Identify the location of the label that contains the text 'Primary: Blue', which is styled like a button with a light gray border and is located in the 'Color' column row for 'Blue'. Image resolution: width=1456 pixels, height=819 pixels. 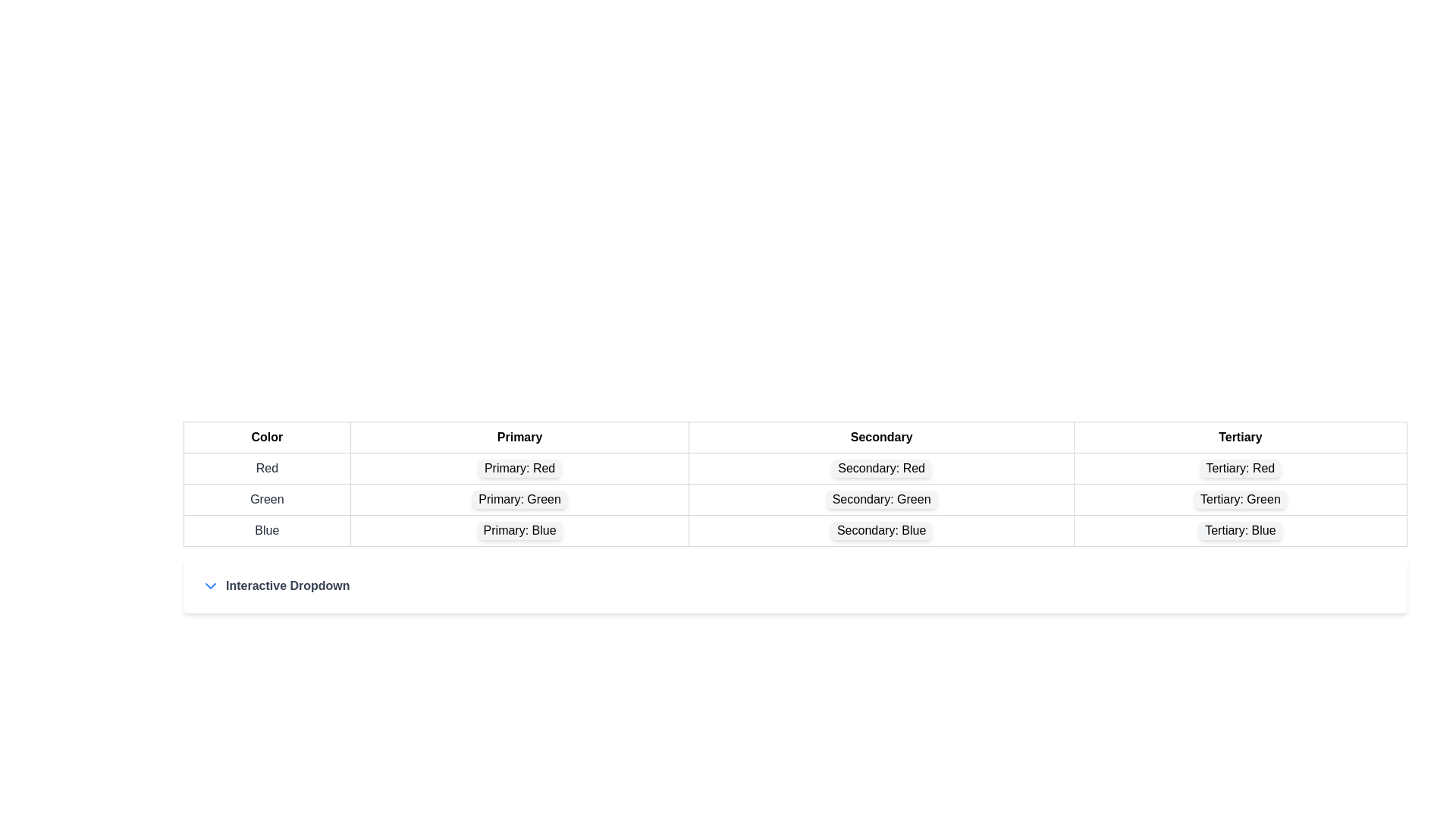
(519, 529).